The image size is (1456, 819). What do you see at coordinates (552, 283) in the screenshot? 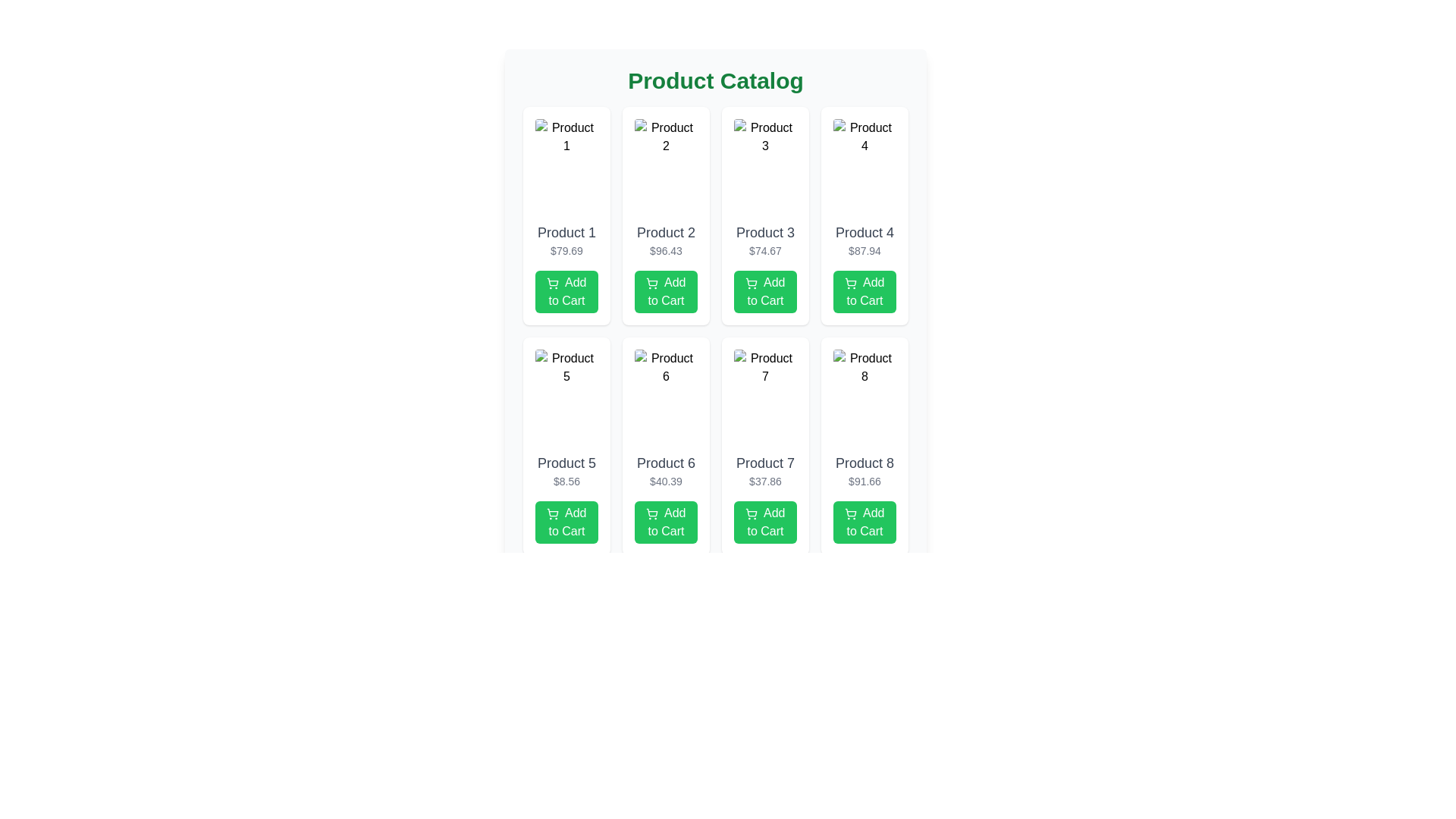
I see `the shopping cart icon located to the left of the 'Add to Cart' text within the button for 'Product 1' in the product catalog grid` at bounding box center [552, 283].